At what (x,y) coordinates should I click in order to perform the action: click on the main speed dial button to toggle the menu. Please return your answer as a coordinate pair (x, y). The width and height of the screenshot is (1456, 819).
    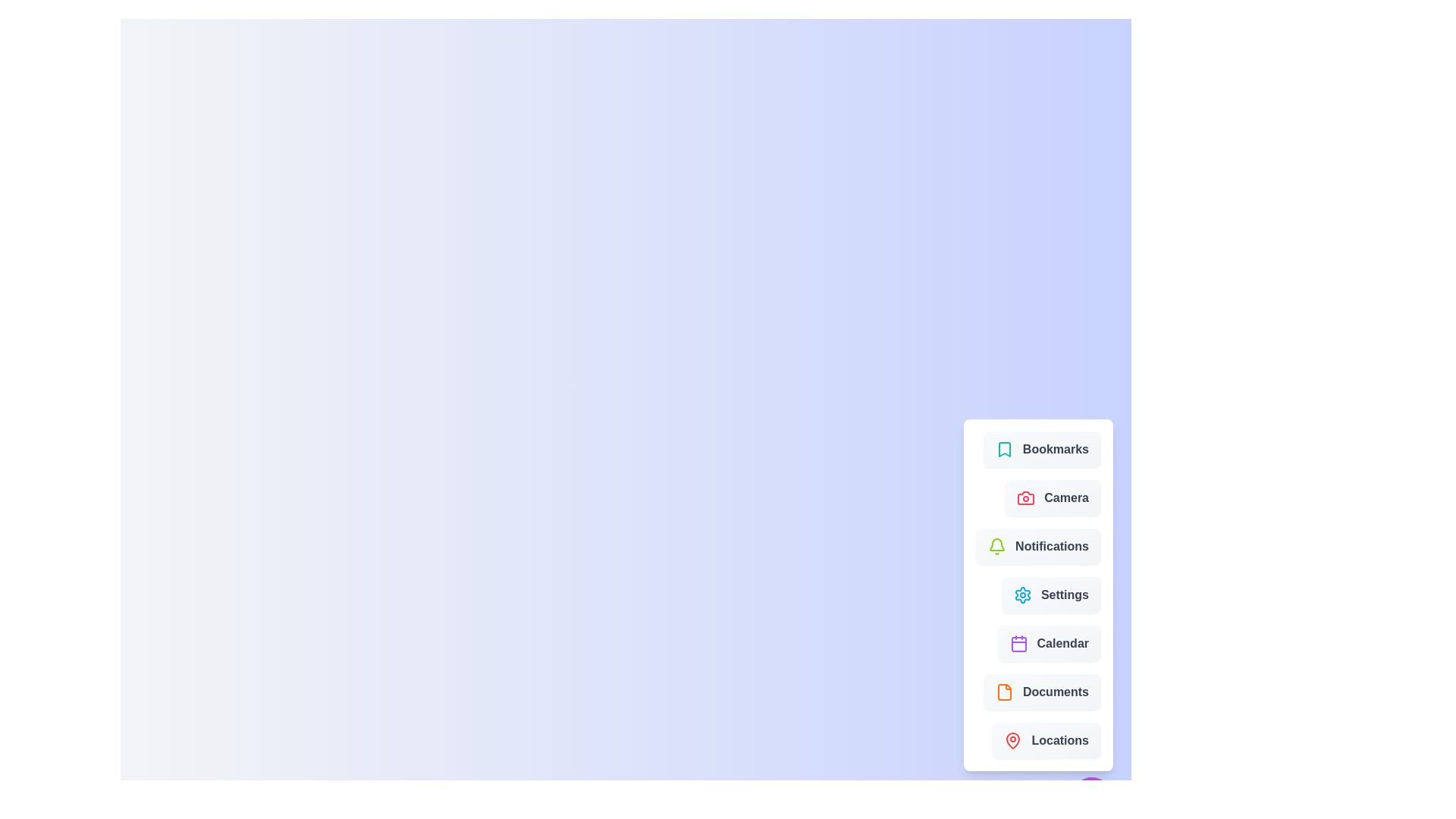
    Looking at the image, I should click on (1092, 798).